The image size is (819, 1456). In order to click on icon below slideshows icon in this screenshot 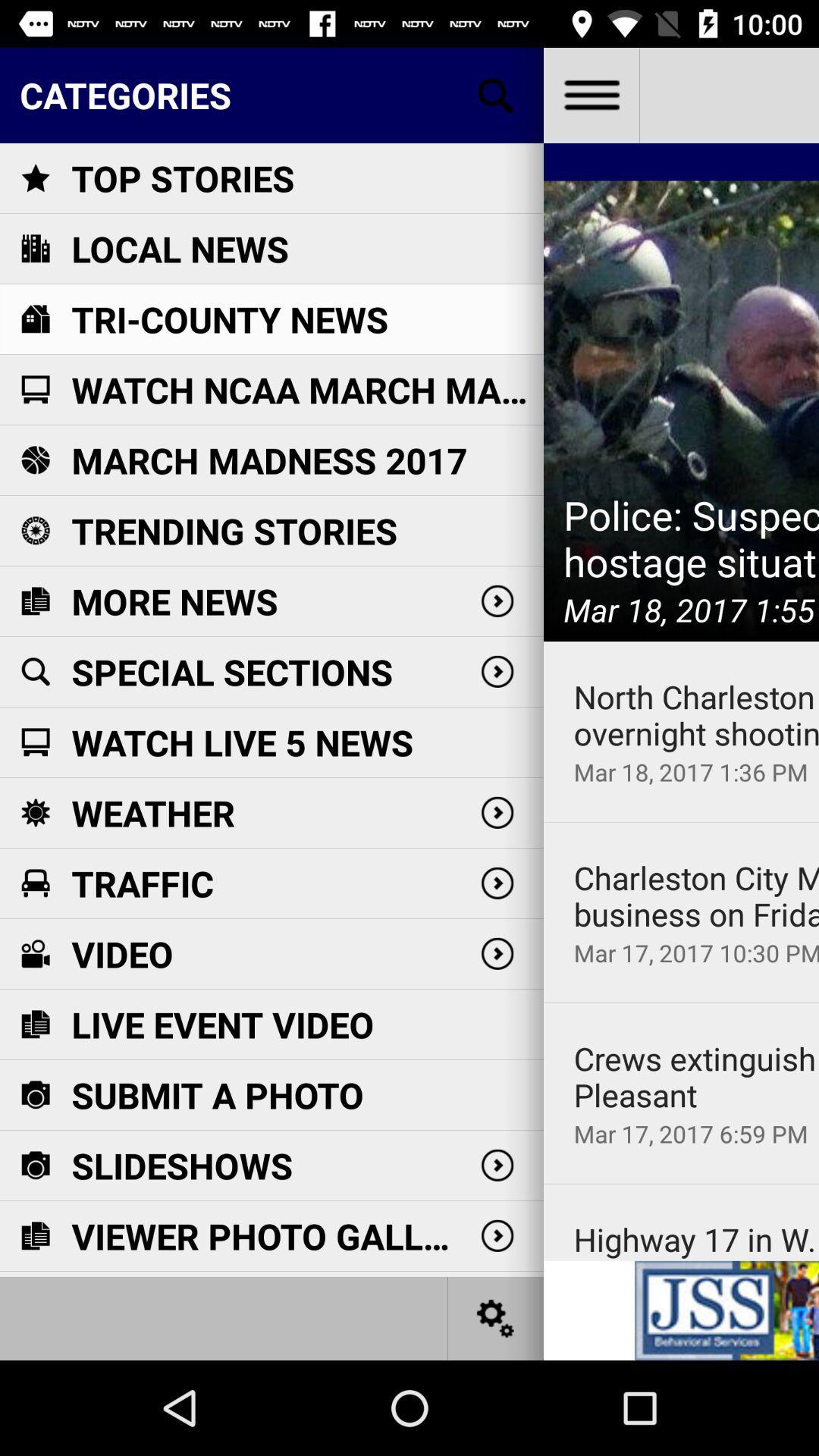, I will do `click(265, 1236)`.